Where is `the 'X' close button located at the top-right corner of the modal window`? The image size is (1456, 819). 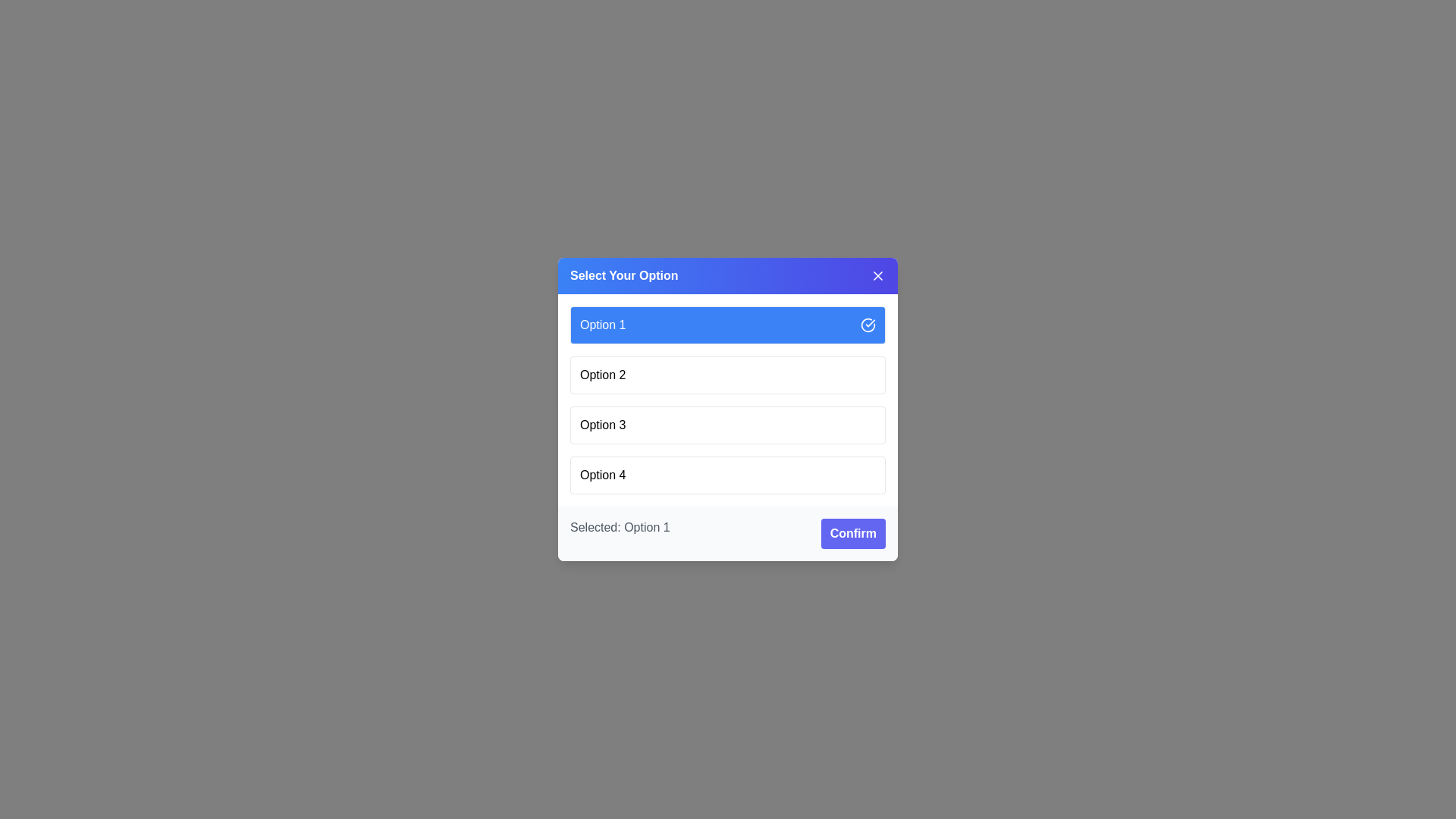 the 'X' close button located at the top-right corner of the modal window is located at coordinates (877, 275).